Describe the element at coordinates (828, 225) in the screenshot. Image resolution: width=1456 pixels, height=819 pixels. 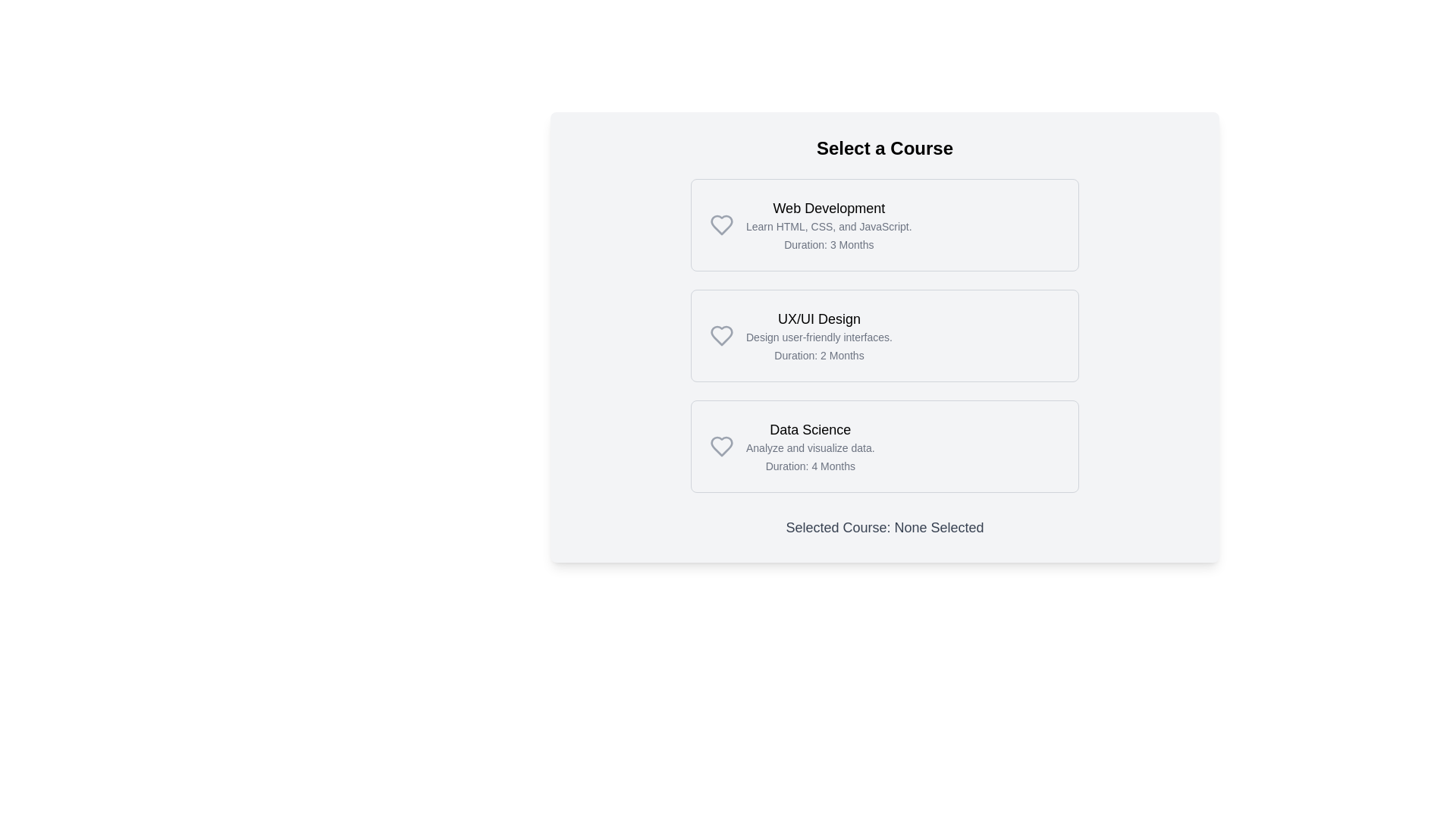
I see `informational text block about the 'Web Development' course, which is the first entry in a vertically-aligned list of course options` at that location.